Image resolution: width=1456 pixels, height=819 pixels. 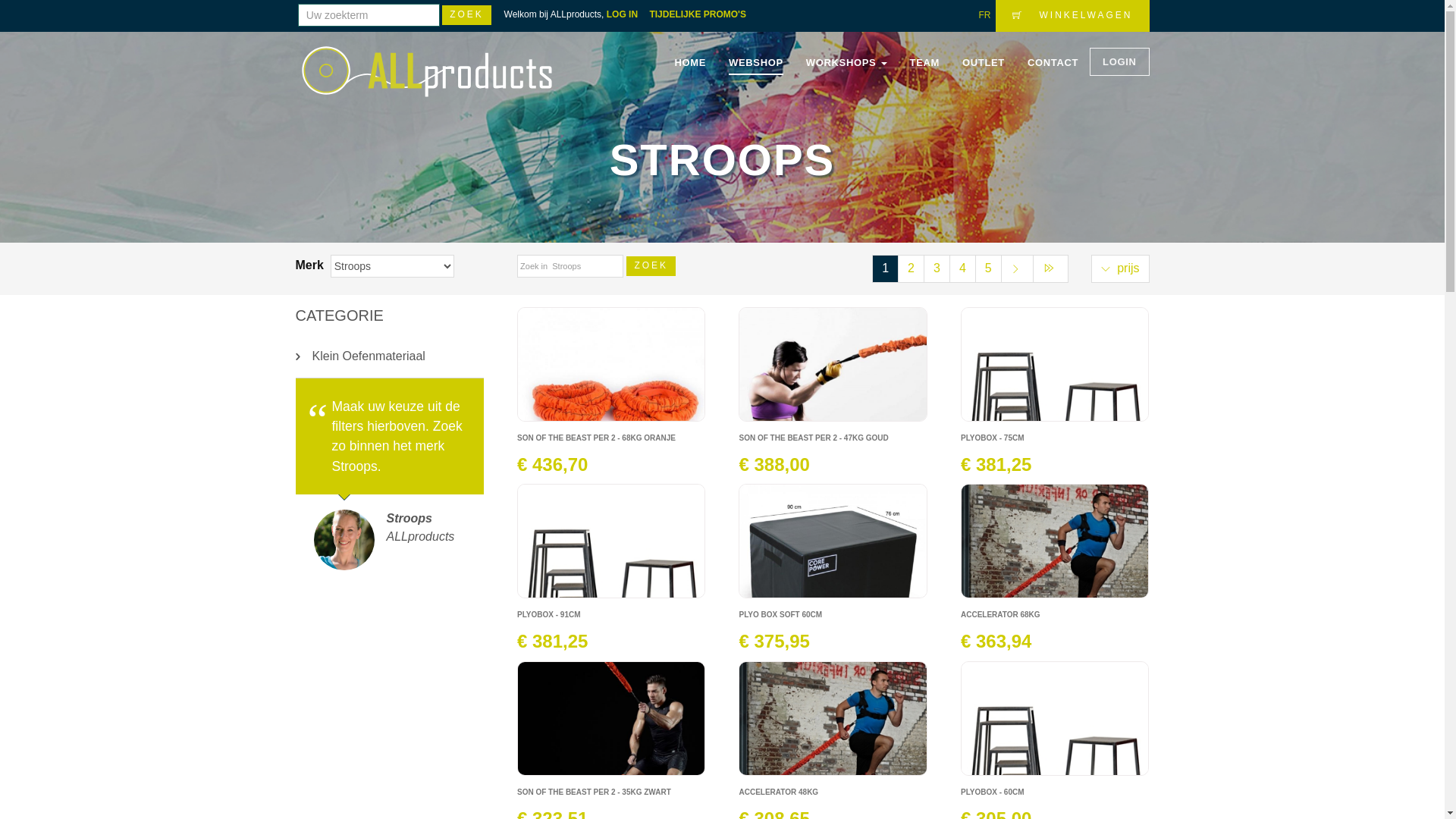 What do you see at coordinates (936, 268) in the screenshot?
I see `'3'` at bounding box center [936, 268].